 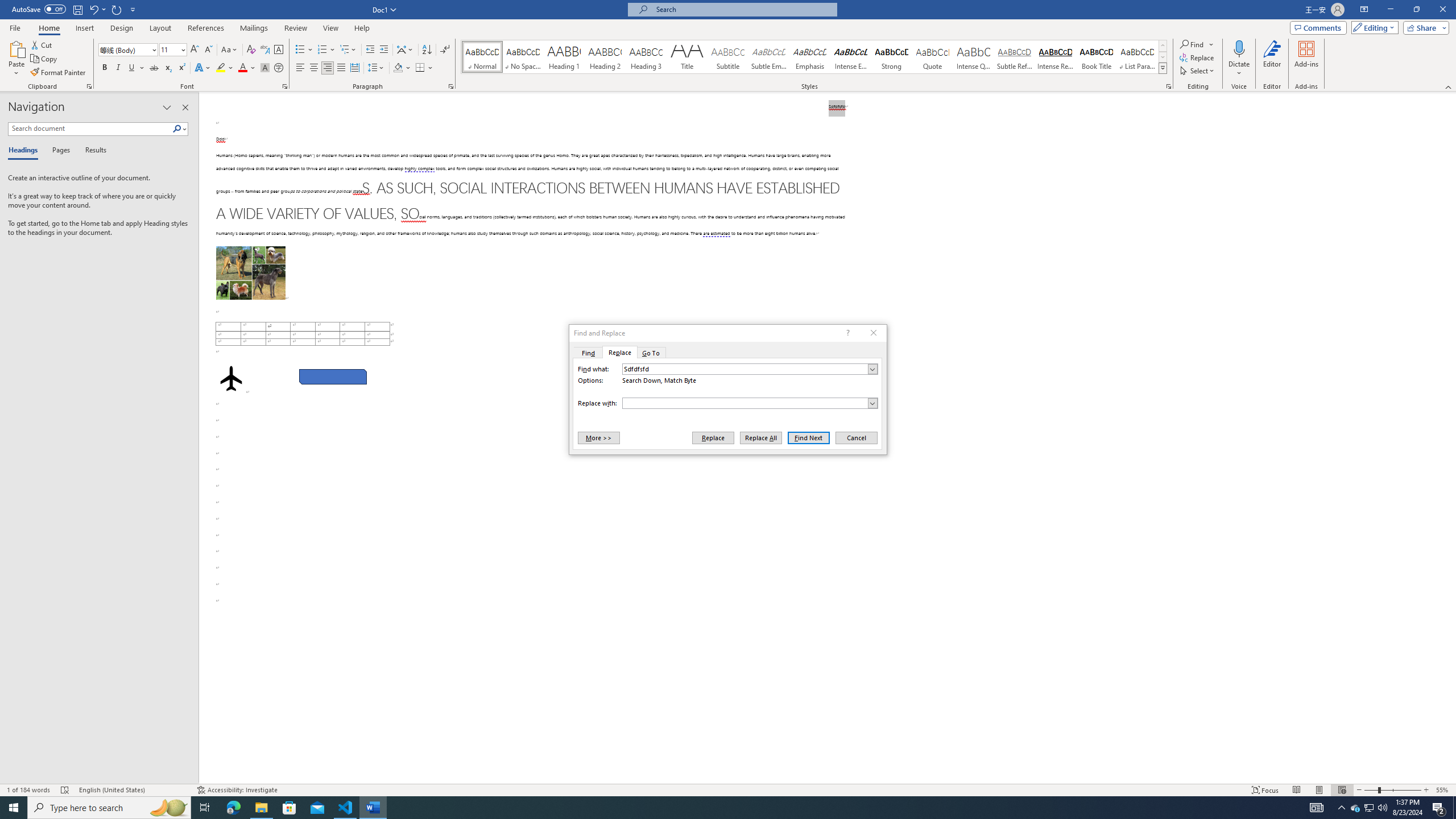 What do you see at coordinates (1198, 69) in the screenshot?
I see `'Select'` at bounding box center [1198, 69].